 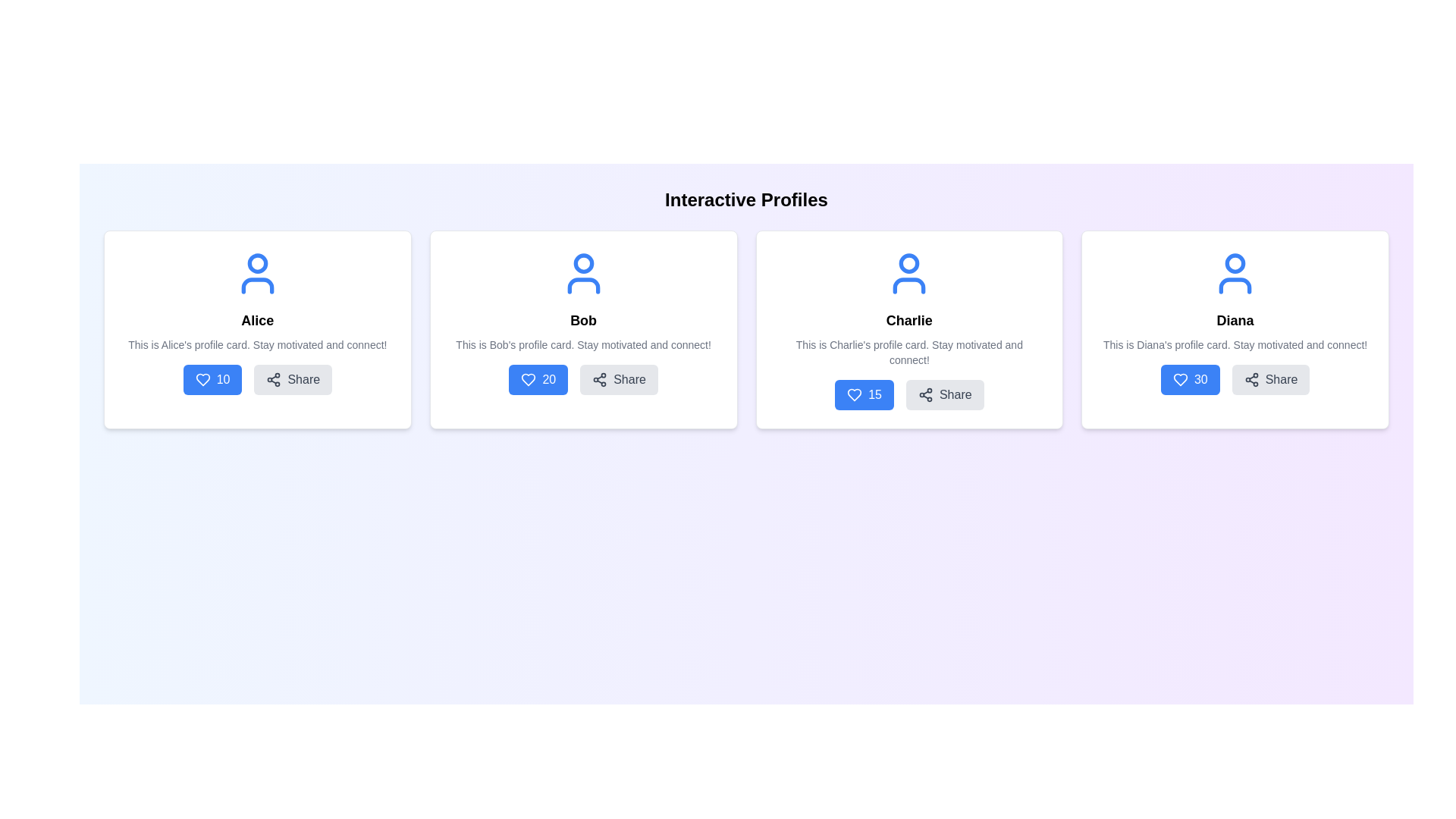 What do you see at coordinates (548, 379) in the screenshot?
I see `the static text label displaying the count of likes or favorites associated with Bob's profile card, located to the right of the heart icon in the button group above the 'Share' button` at bounding box center [548, 379].